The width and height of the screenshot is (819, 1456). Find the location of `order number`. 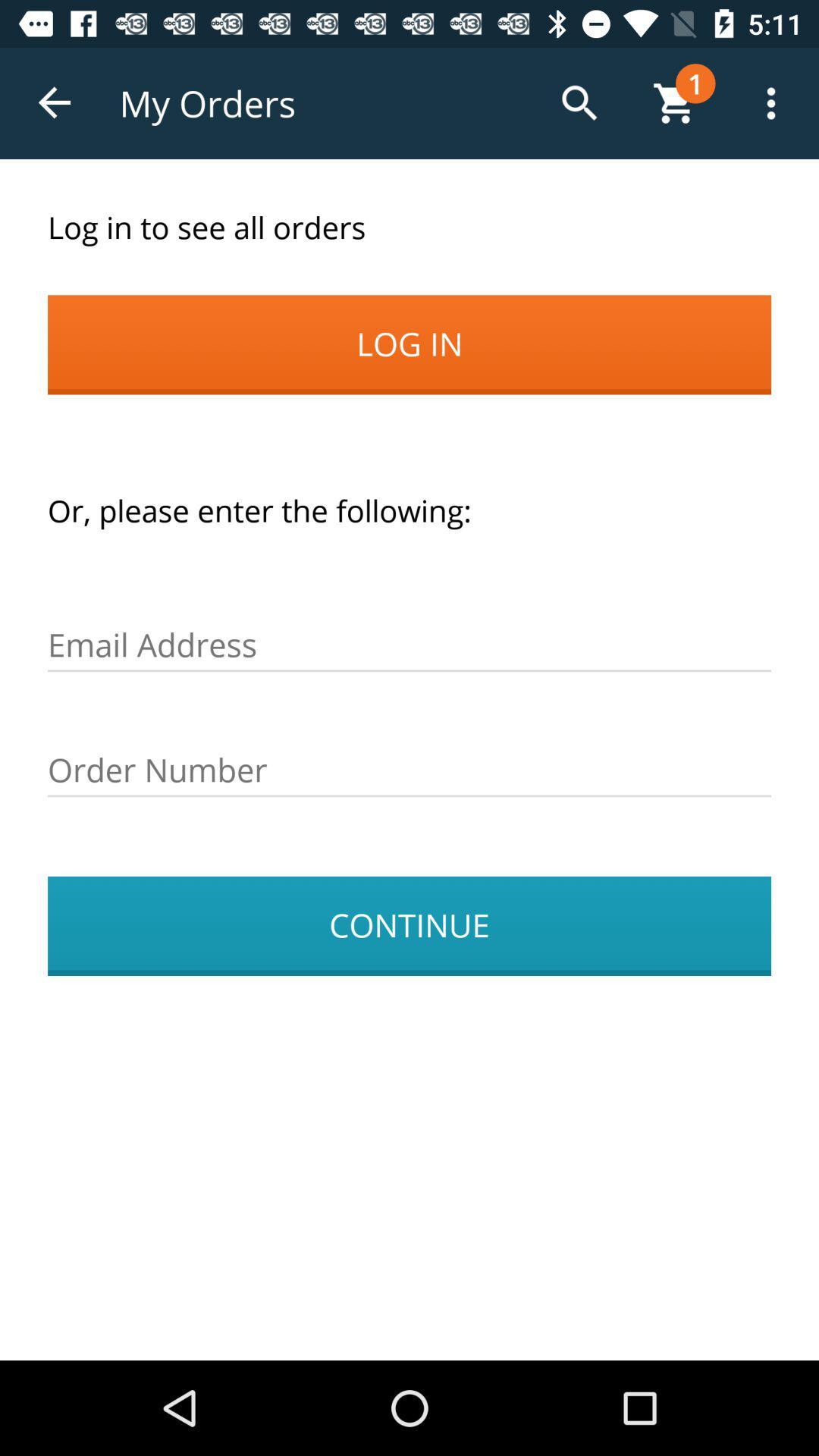

order number is located at coordinates (409, 770).